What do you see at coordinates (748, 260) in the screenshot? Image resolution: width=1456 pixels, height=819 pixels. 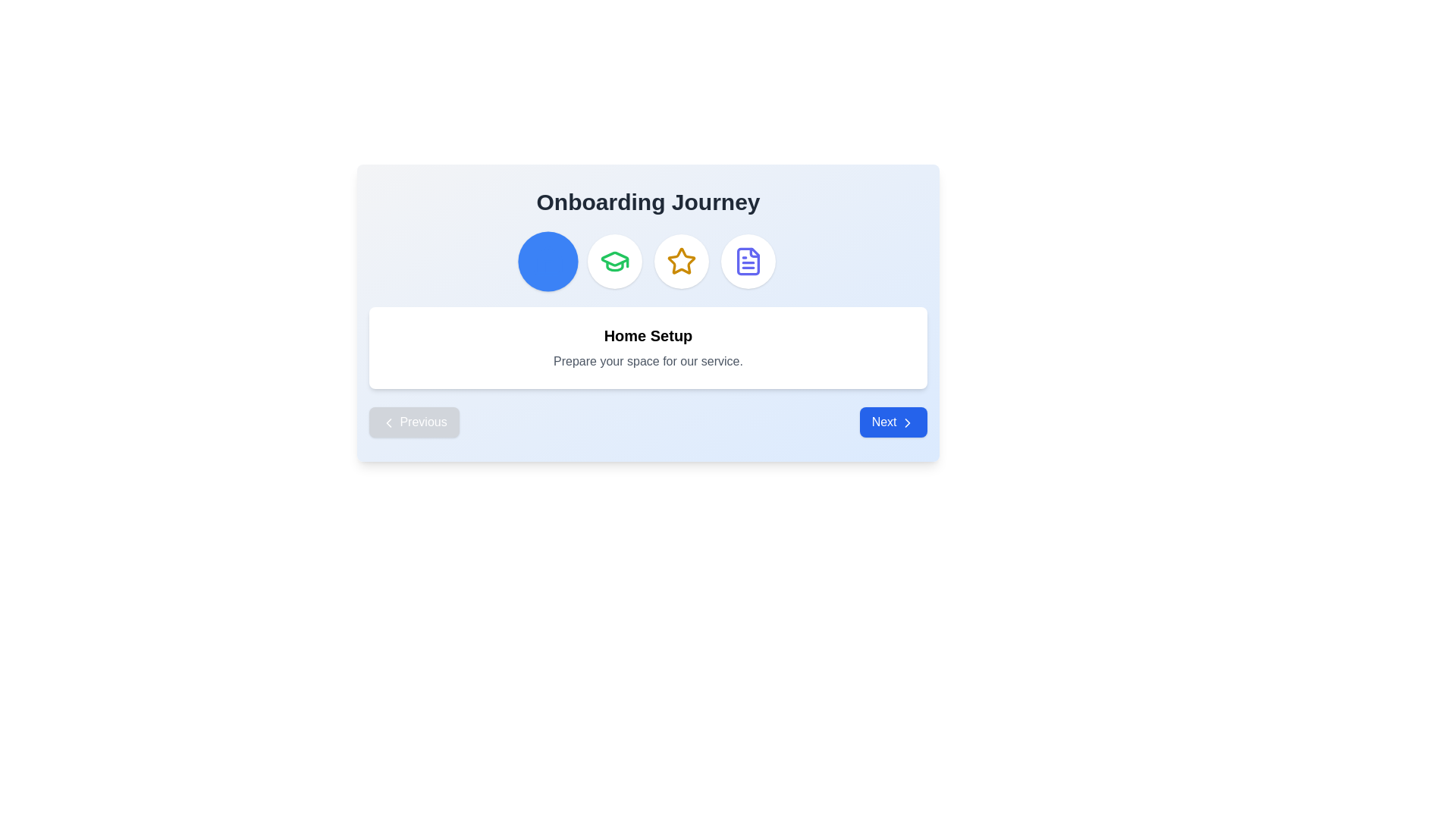 I see `the stylized blue document icon with a folded corner, located inside a circular button in the Onboarding Journey section, which is the fourth icon from the left in the row of buttons` at bounding box center [748, 260].